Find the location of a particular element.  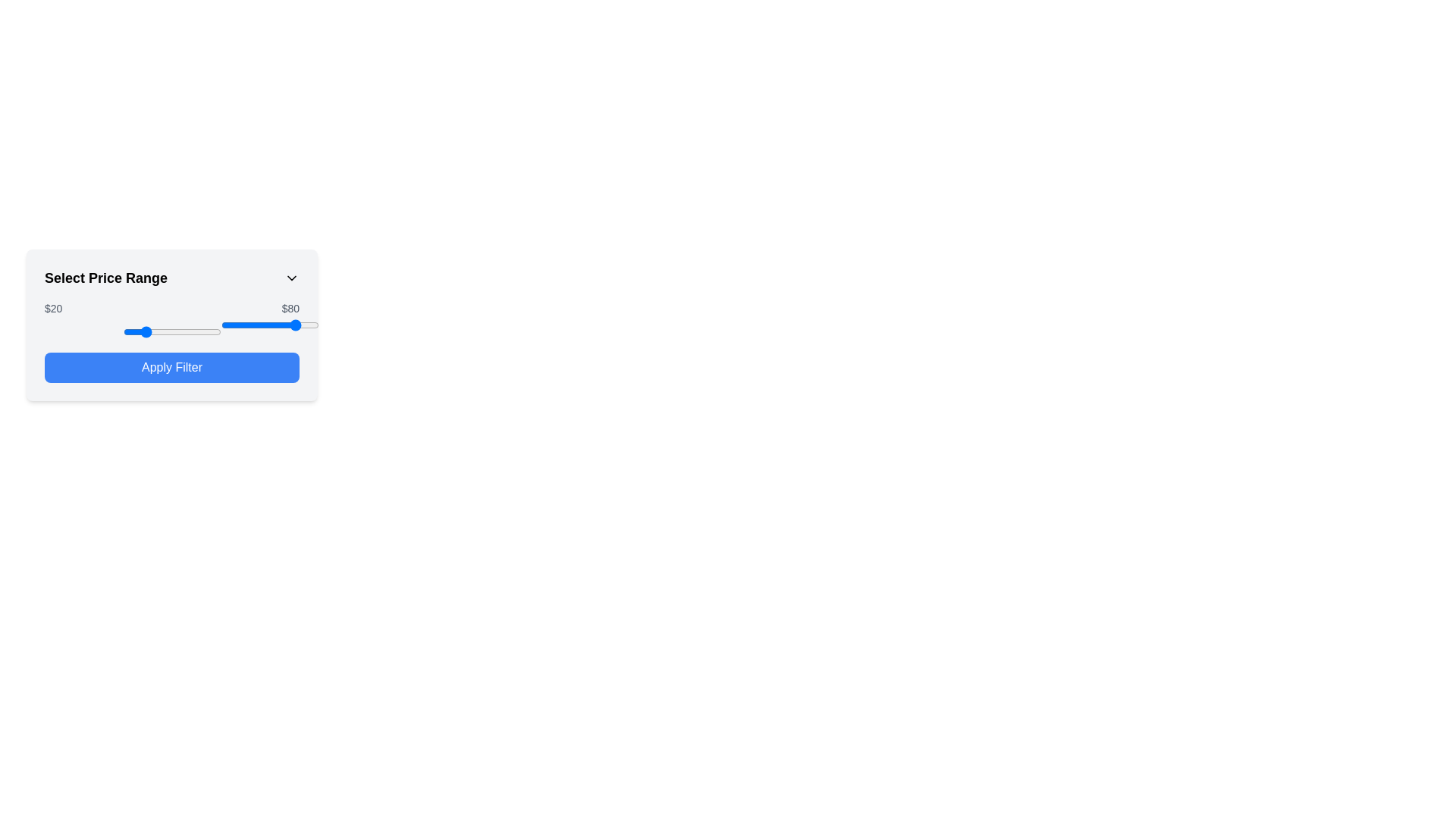

the slider value is located at coordinates (209, 331).